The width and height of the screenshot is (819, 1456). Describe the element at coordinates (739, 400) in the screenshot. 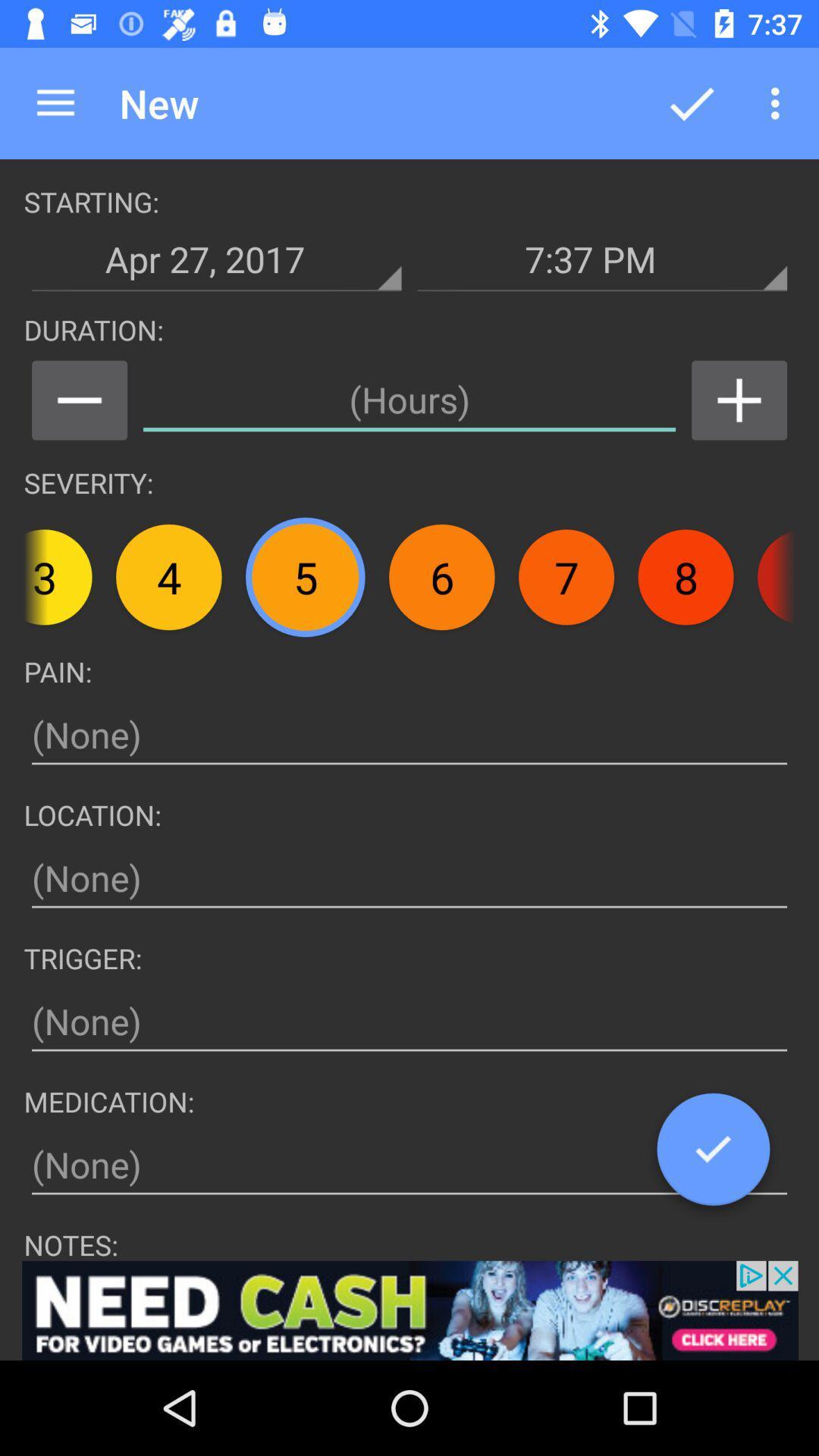

I see `hours` at that location.